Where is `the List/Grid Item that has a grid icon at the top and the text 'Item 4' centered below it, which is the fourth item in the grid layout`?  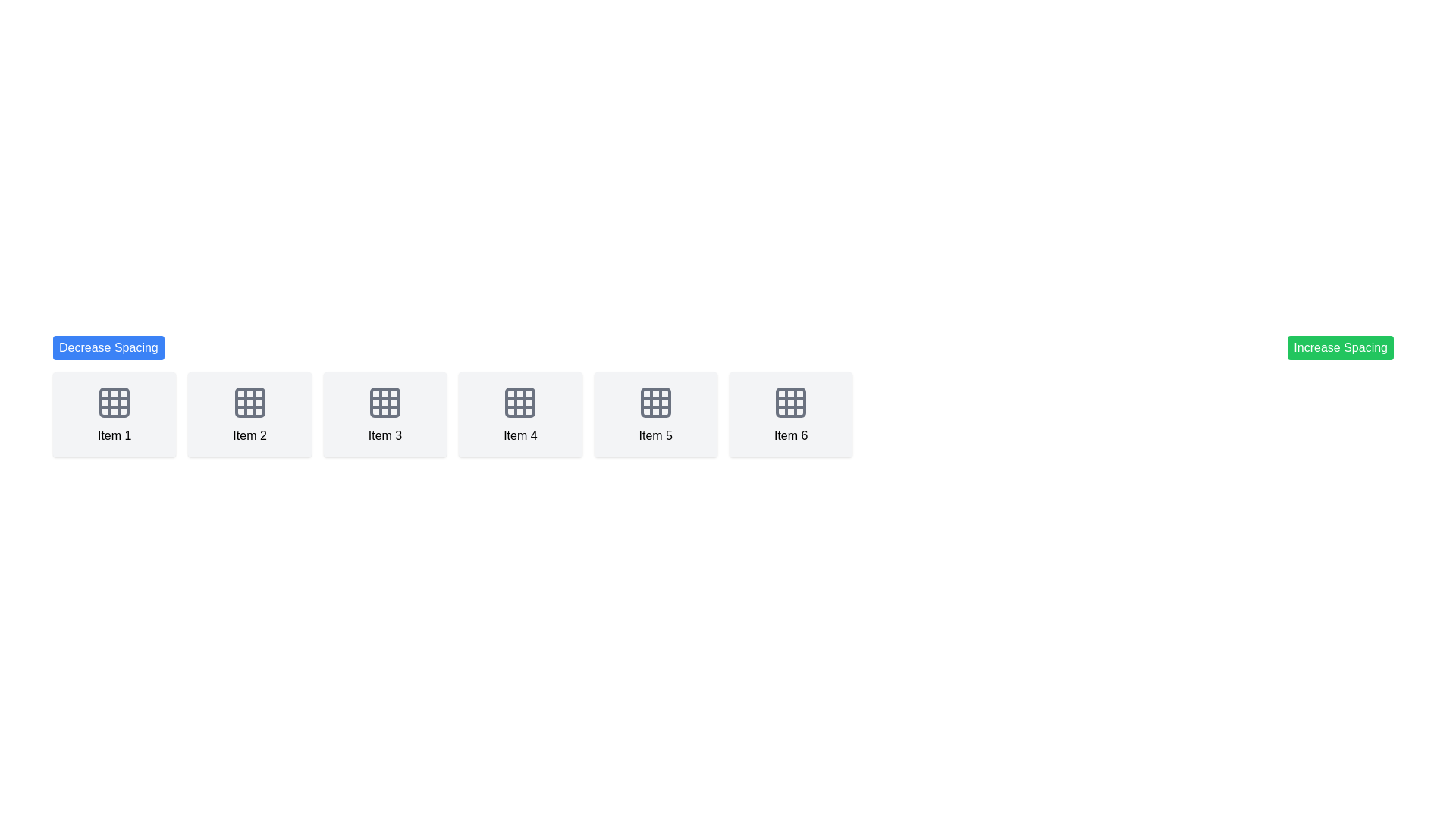
the List/Grid Item that has a grid icon at the top and the text 'Item 4' centered below it, which is the fourth item in the grid layout is located at coordinates (520, 415).